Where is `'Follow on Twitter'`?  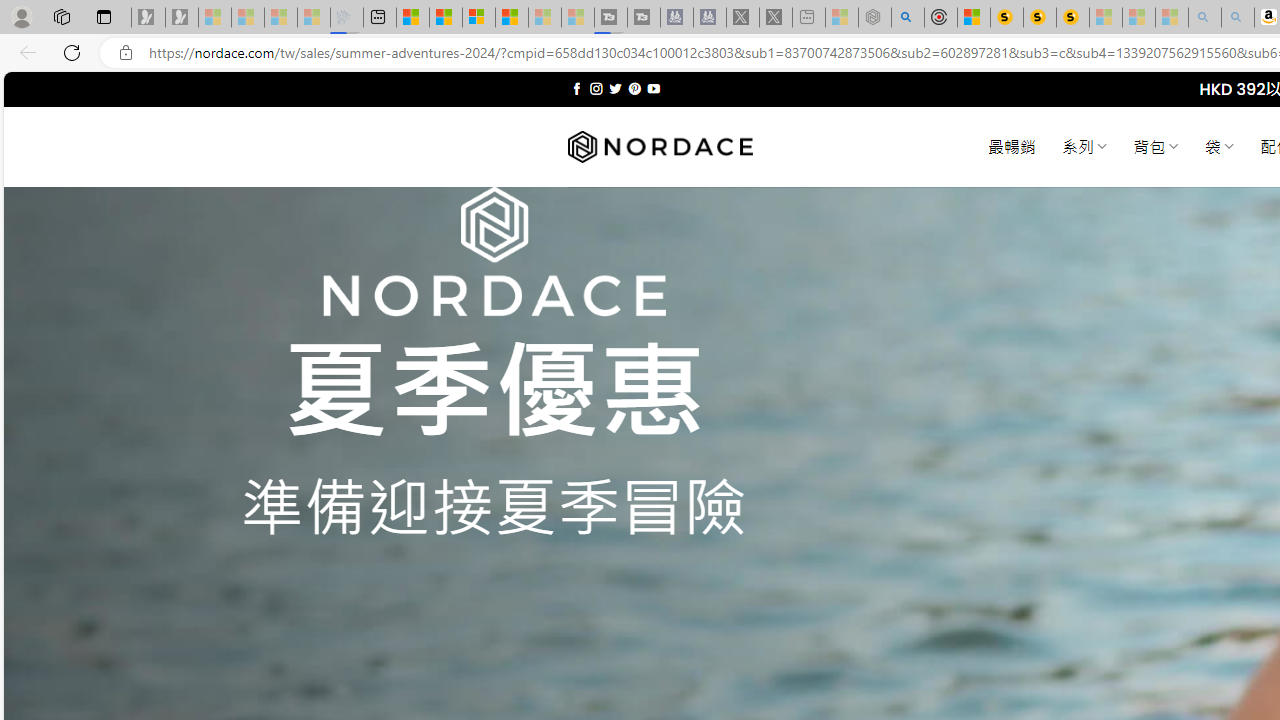
'Follow on Twitter' is located at coordinates (614, 88).